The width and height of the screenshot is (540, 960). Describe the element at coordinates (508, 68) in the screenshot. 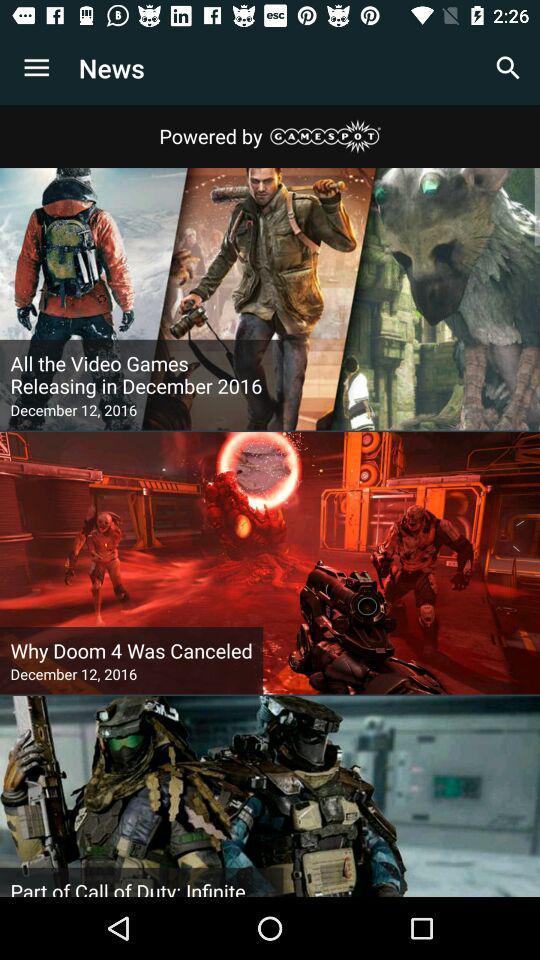

I see `item next to news icon` at that location.